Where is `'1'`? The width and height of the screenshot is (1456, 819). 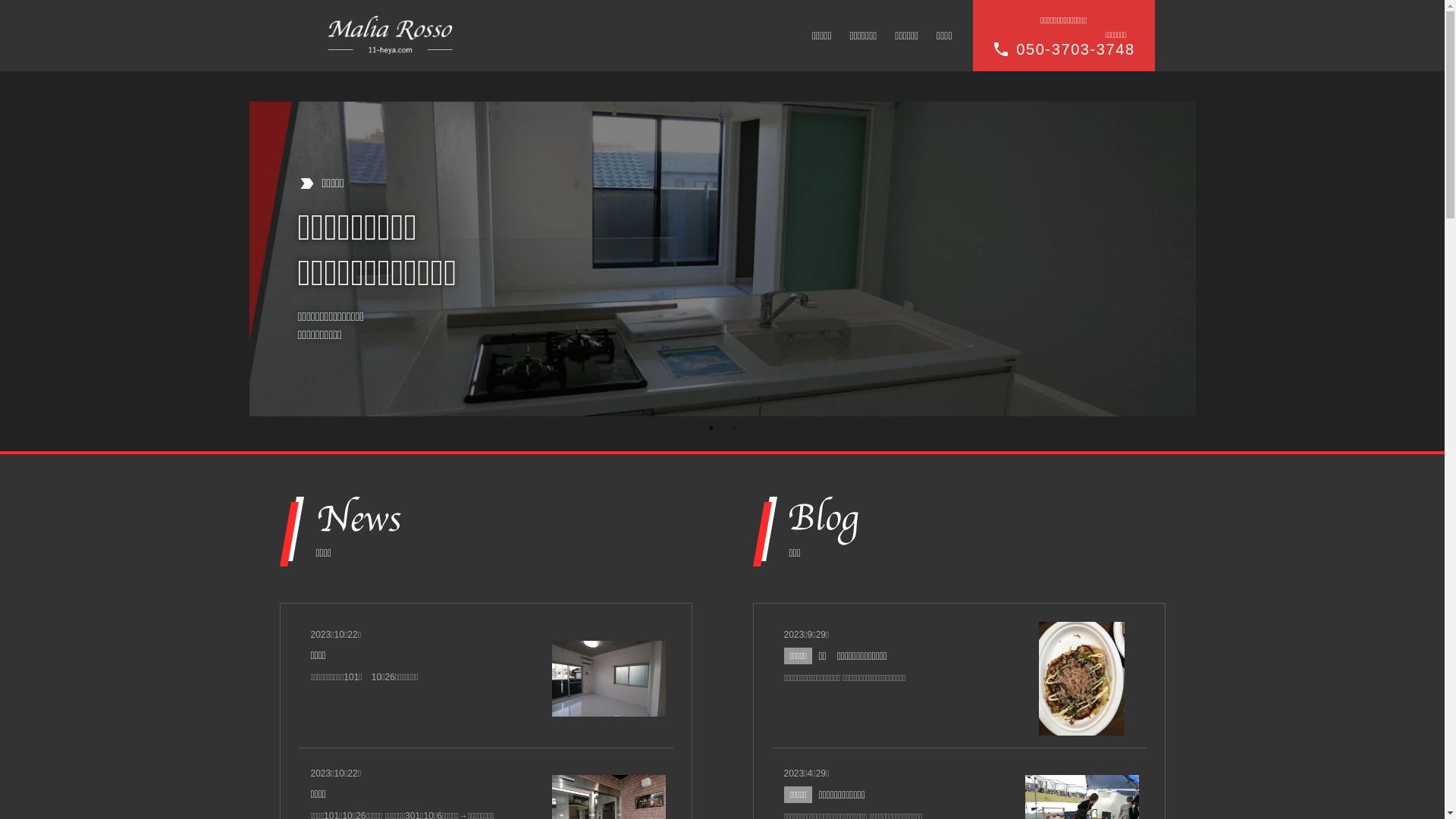
'1' is located at coordinates (710, 427).